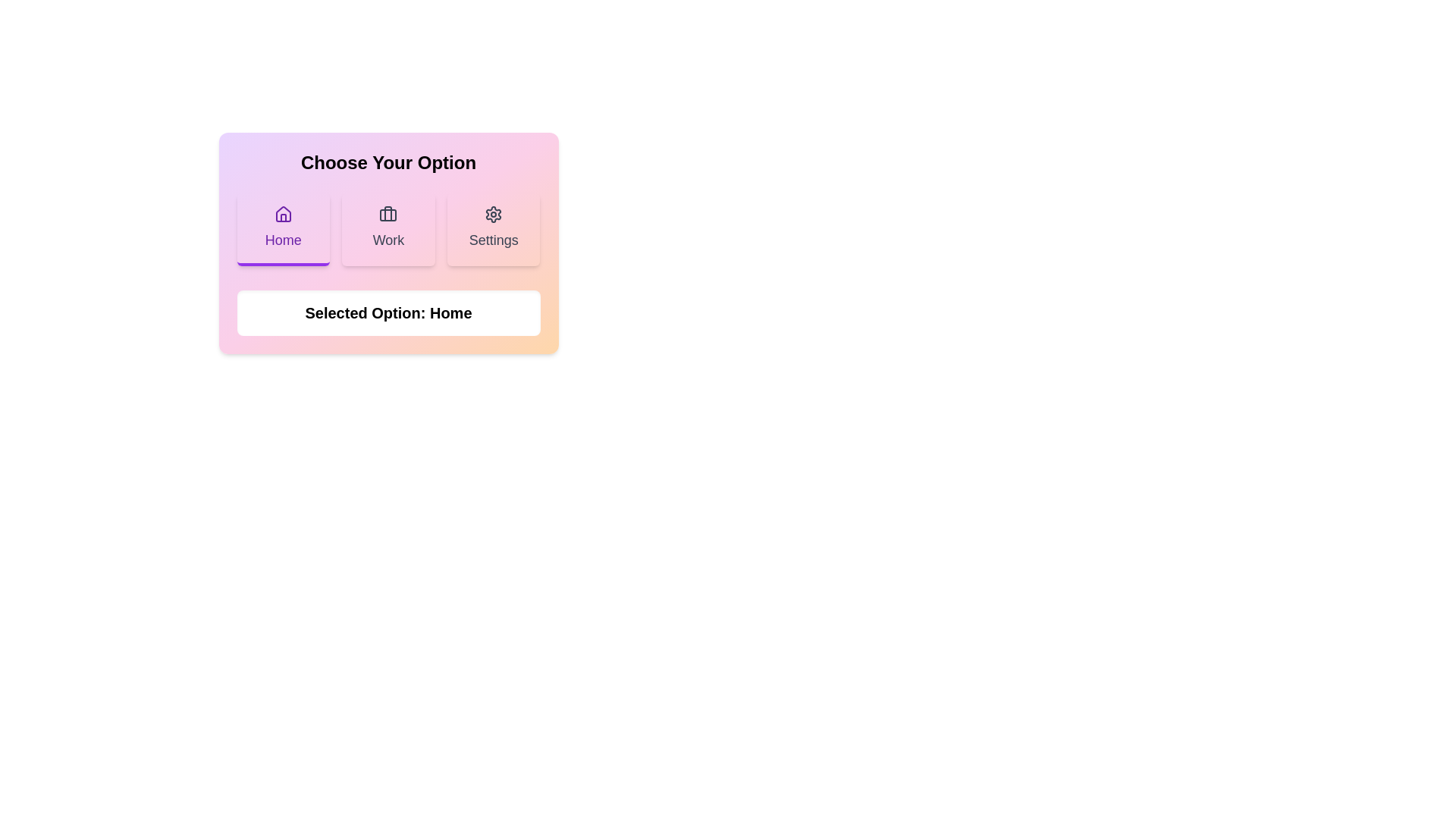  Describe the element at coordinates (494, 214) in the screenshot. I see `the cog-shaped gear icon located inside the Settings button, which is the third button in a row of three buttons below the heading 'Choose Your Option'` at that location.